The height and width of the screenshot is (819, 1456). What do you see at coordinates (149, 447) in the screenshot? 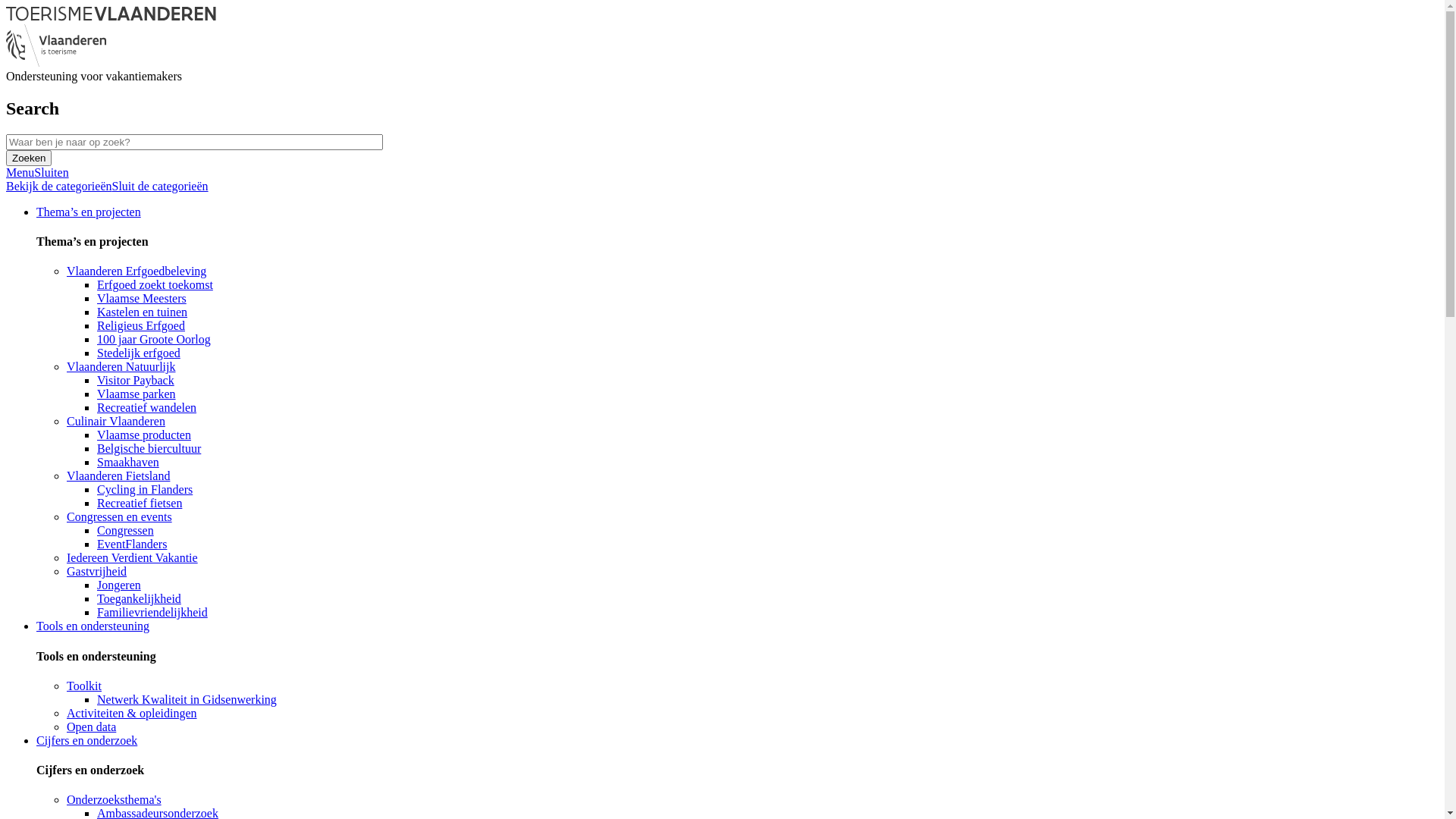
I see `'Belgische biercultuur'` at bounding box center [149, 447].